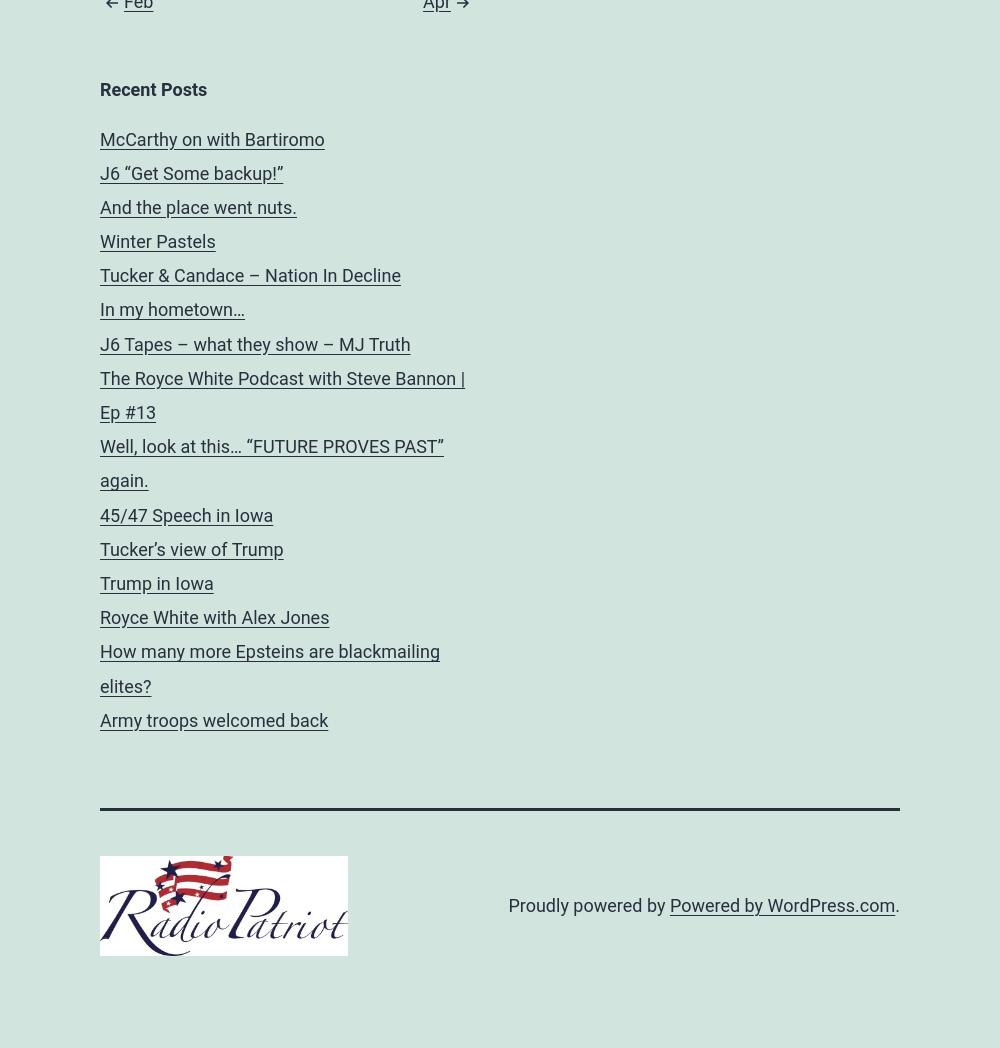 The image size is (1000, 1048). I want to click on 'Army troops welcomed back', so click(213, 718).